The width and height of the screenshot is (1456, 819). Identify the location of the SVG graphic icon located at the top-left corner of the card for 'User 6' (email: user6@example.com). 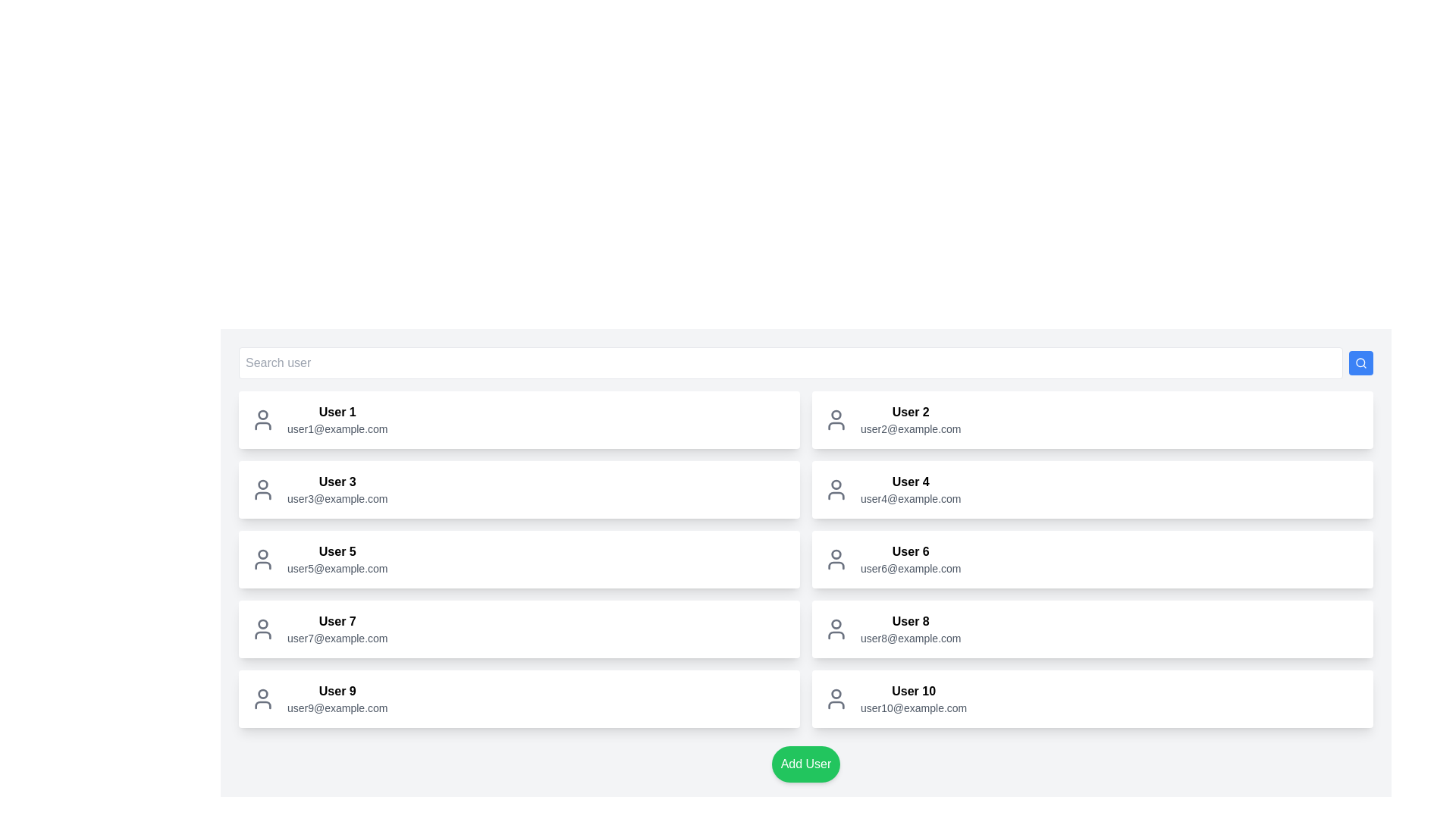
(836, 559).